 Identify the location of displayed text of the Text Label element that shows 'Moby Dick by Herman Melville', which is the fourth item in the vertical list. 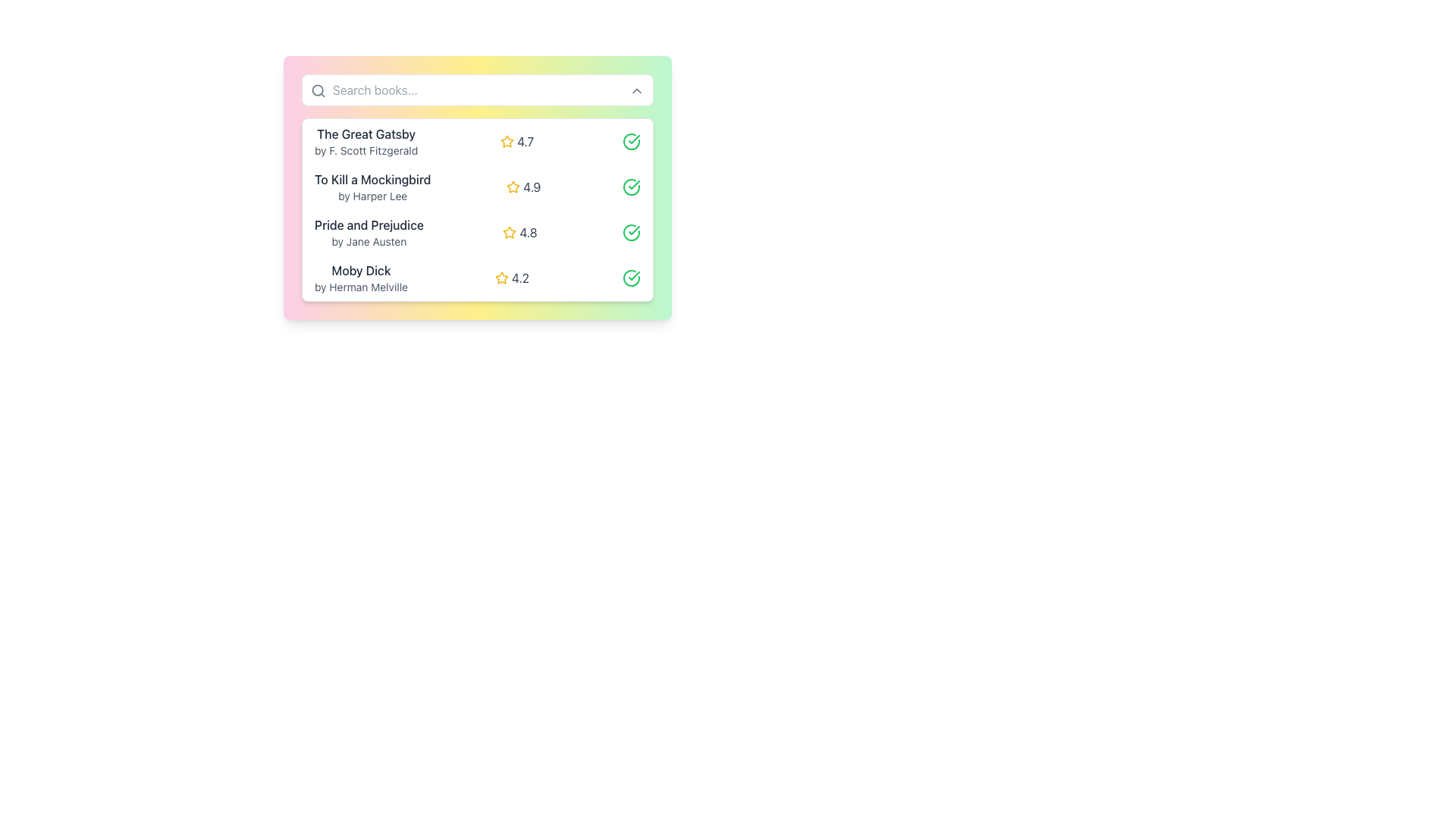
(360, 278).